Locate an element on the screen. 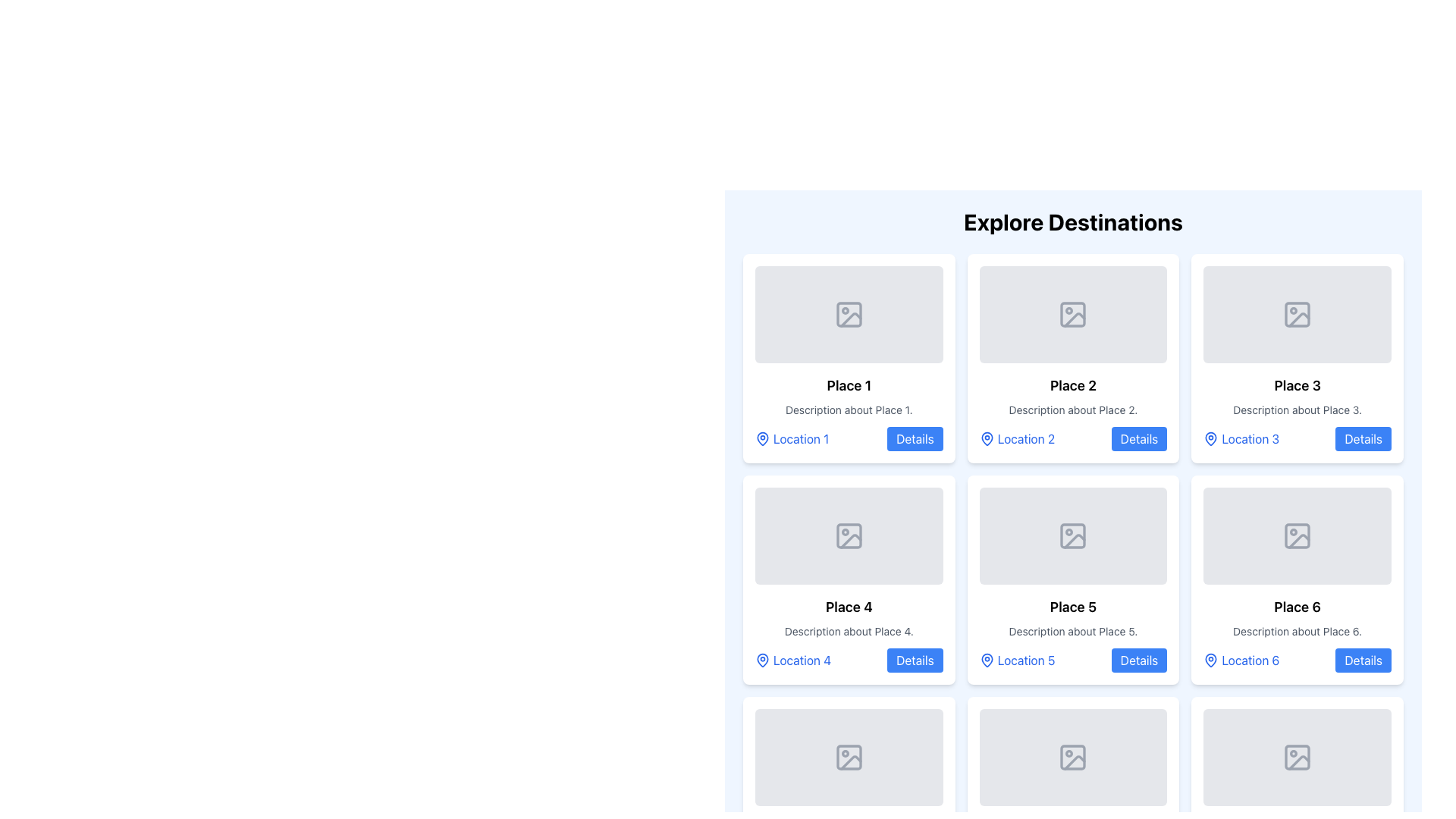  the visual placeholder icon located near the center of the placeholder area at the top of the first card in the grid layout is located at coordinates (848, 314).